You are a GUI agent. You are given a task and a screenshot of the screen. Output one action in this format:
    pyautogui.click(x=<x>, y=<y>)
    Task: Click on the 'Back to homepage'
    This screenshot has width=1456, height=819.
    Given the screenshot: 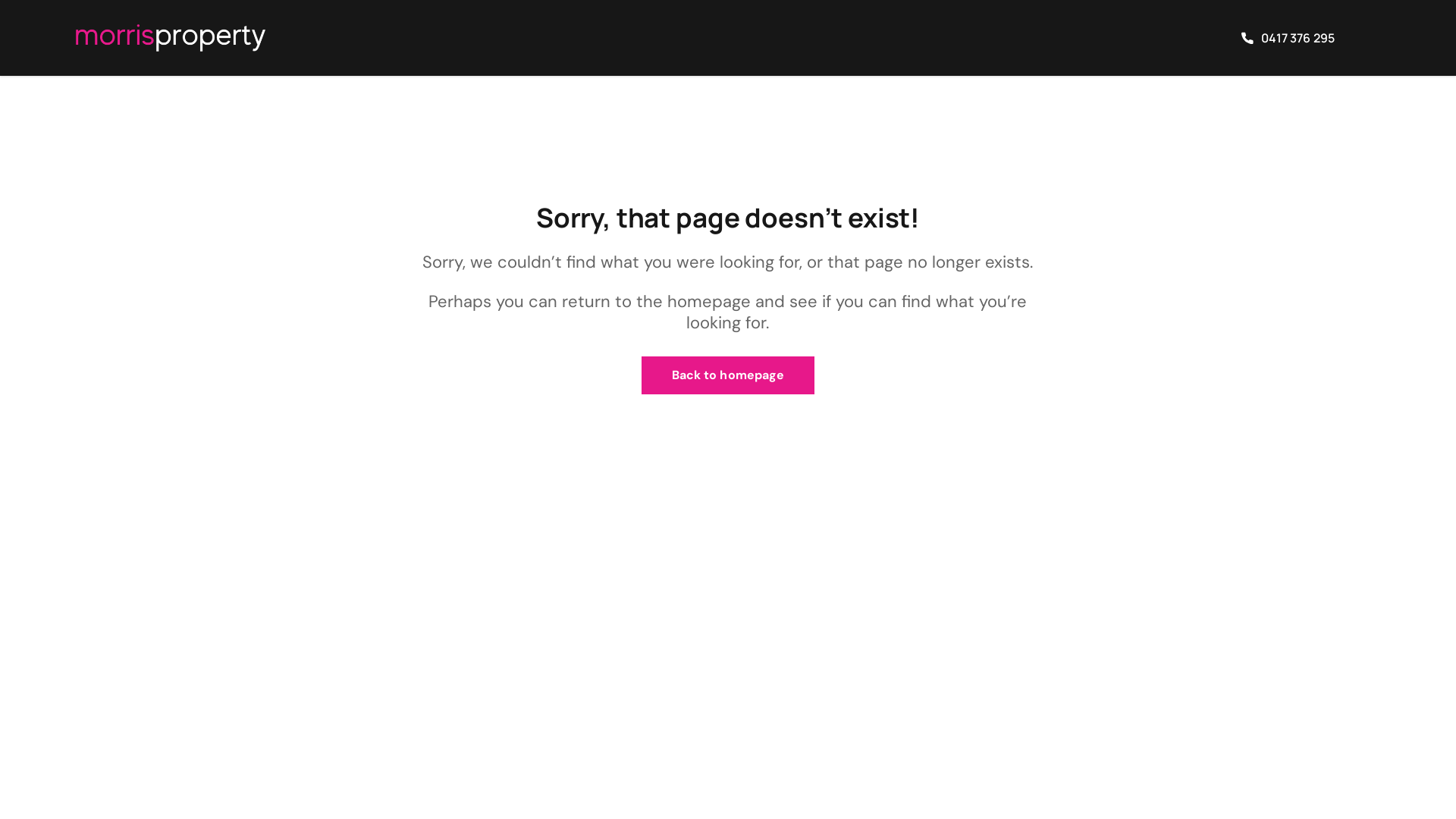 What is the action you would take?
    pyautogui.click(x=641, y=375)
    